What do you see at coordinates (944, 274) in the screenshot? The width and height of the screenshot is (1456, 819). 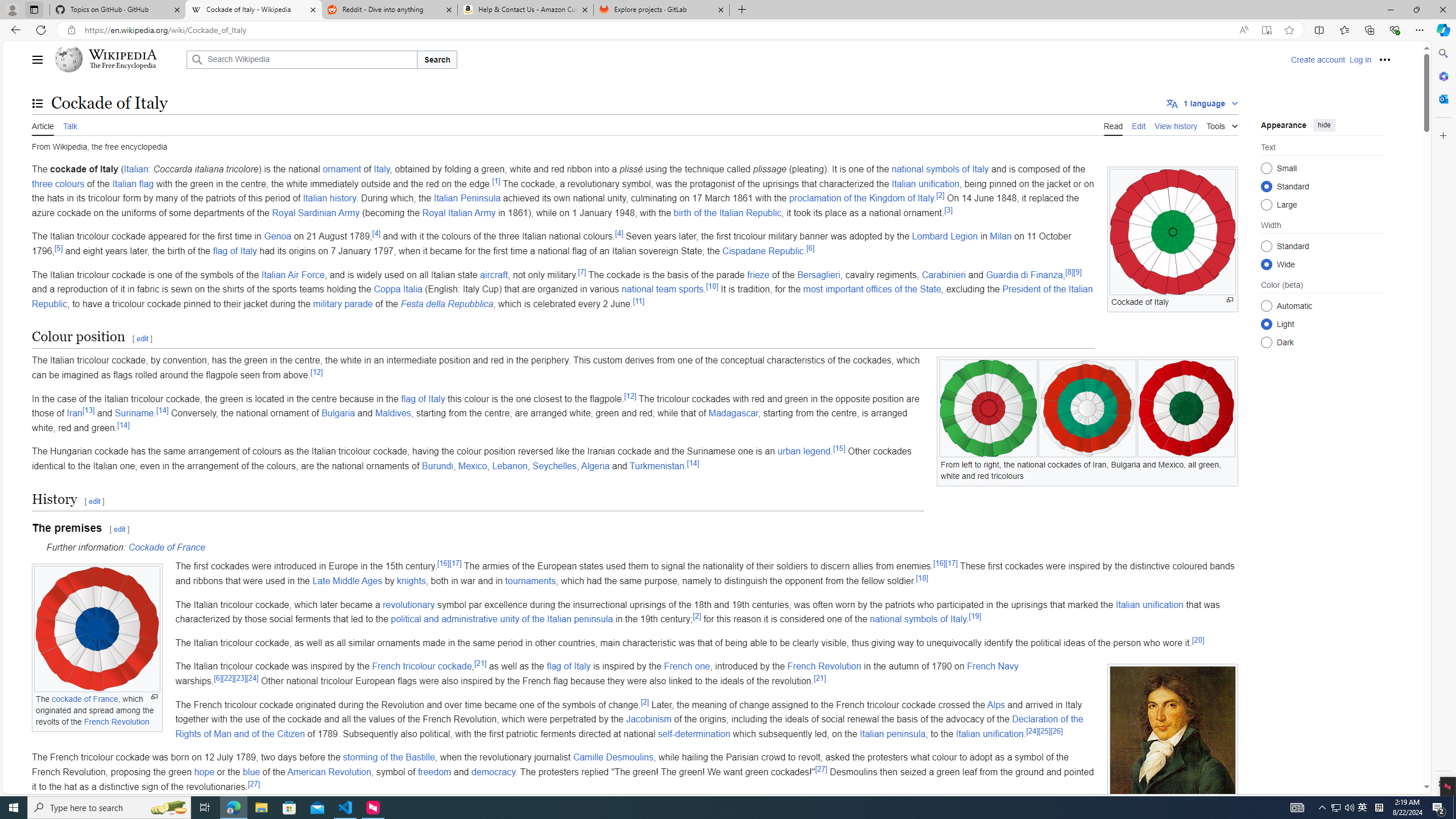 I see `'Carabinieri'` at bounding box center [944, 274].